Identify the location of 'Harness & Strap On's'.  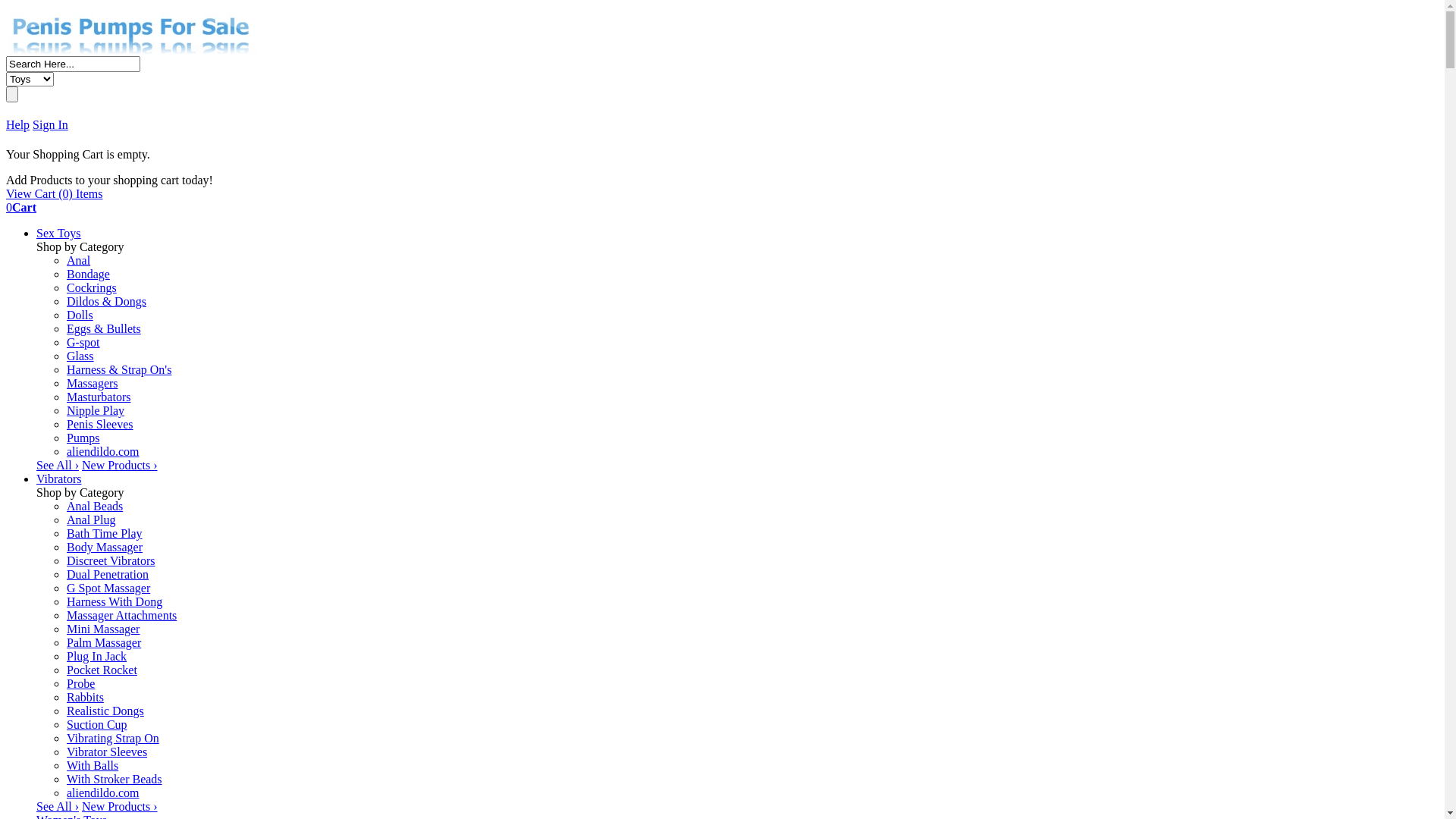
(118, 369).